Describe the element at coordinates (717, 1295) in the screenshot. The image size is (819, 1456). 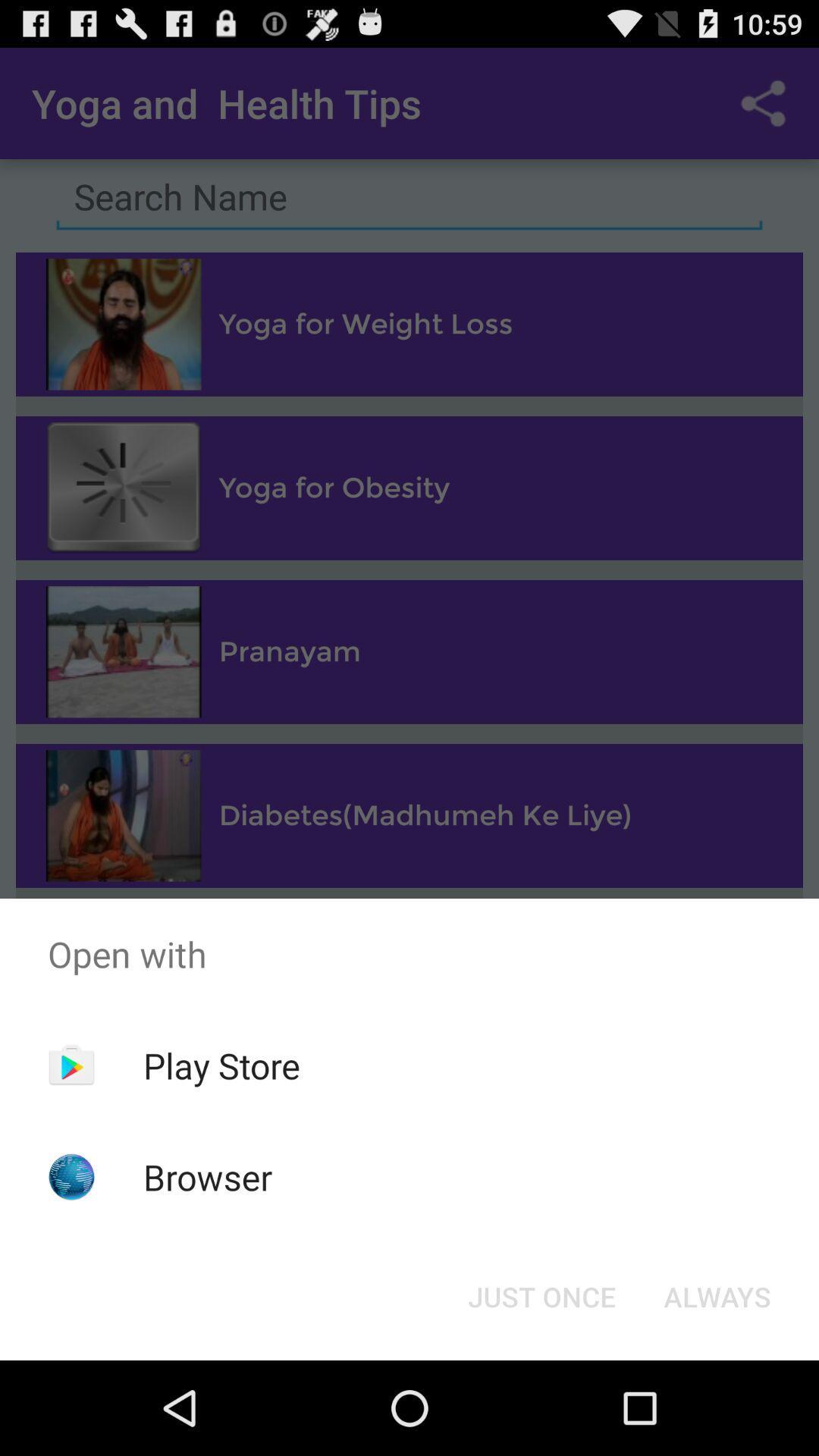
I see `always at the bottom right corner` at that location.